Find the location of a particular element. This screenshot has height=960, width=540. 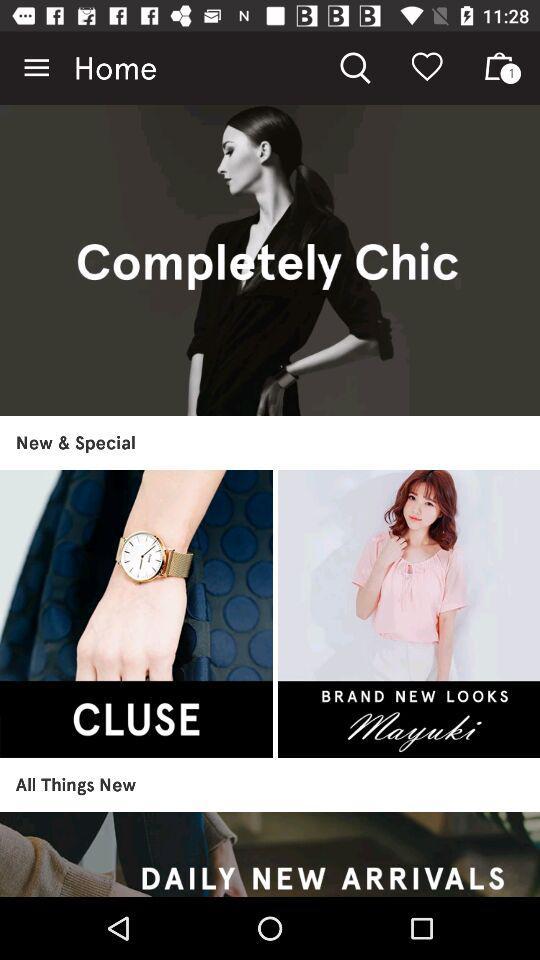

the icon to the left of the home item is located at coordinates (36, 68).